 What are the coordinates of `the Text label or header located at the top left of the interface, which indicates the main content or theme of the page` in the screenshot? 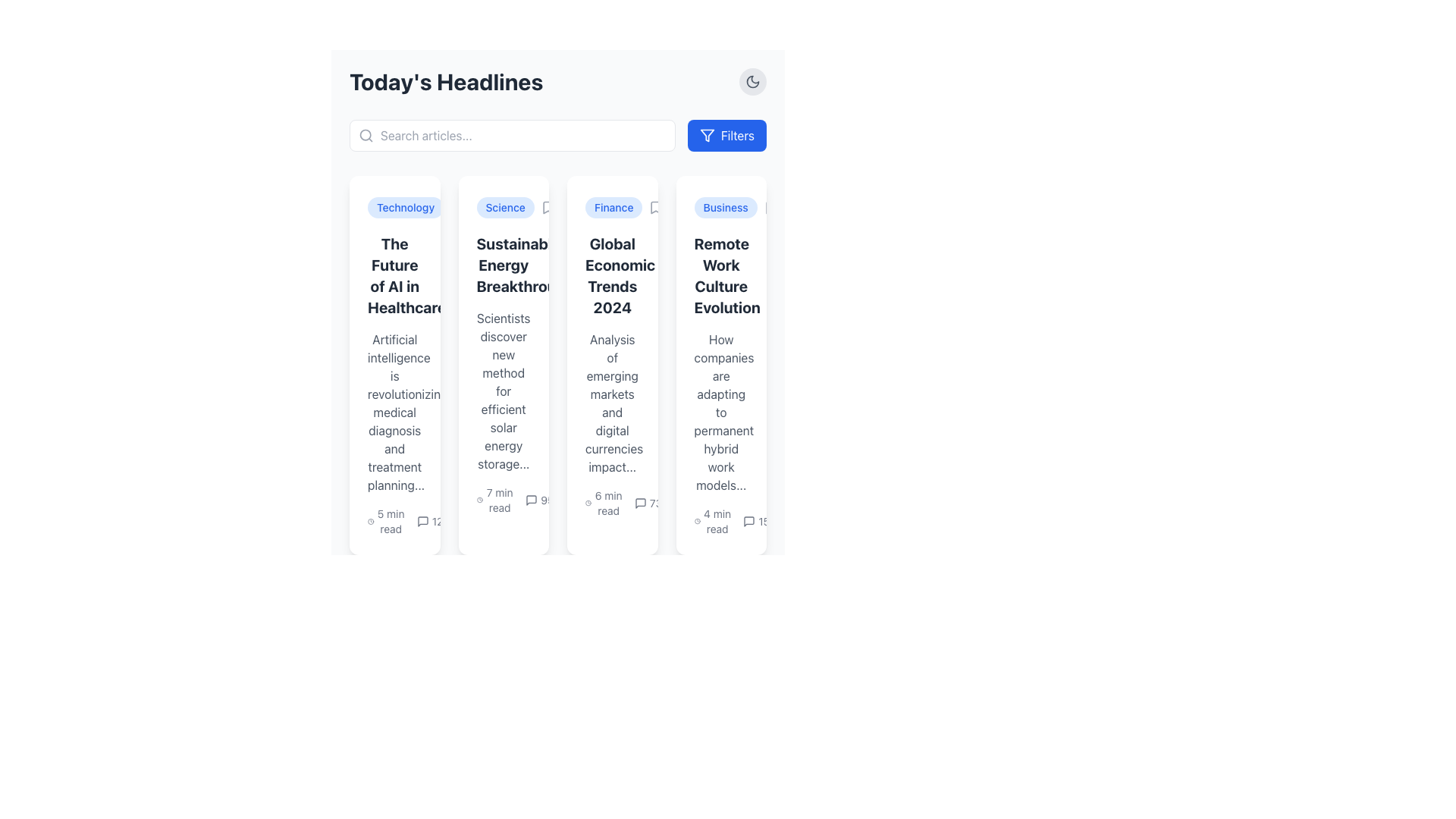 It's located at (445, 82).